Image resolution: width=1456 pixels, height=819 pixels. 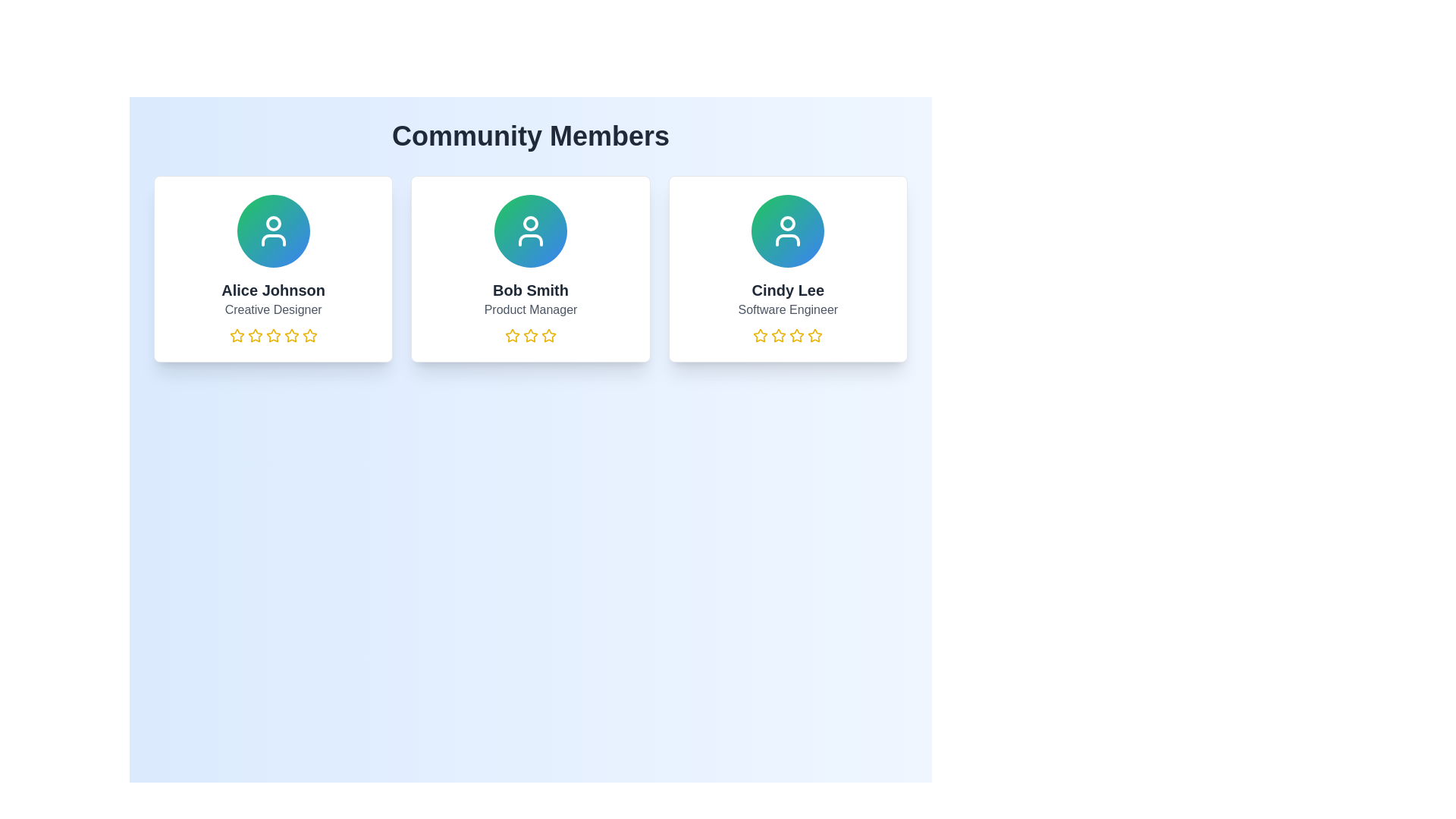 What do you see at coordinates (788, 231) in the screenshot?
I see `the SVG User Icon depicting a person, which is located within the circular frame of the rightmost card for 'Cindy Lee'` at bounding box center [788, 231].